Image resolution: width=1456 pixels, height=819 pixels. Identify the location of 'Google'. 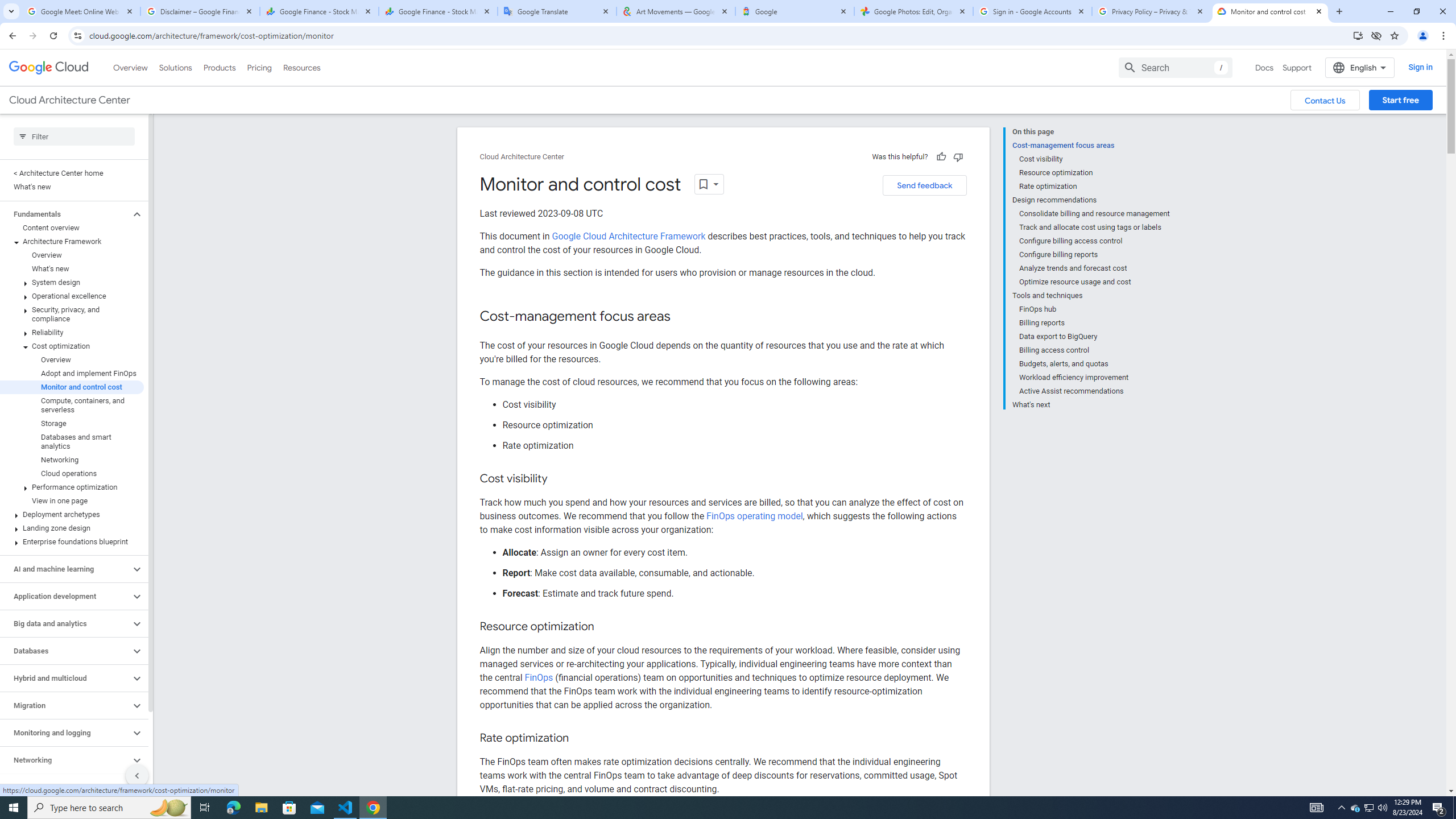
(795, 11).